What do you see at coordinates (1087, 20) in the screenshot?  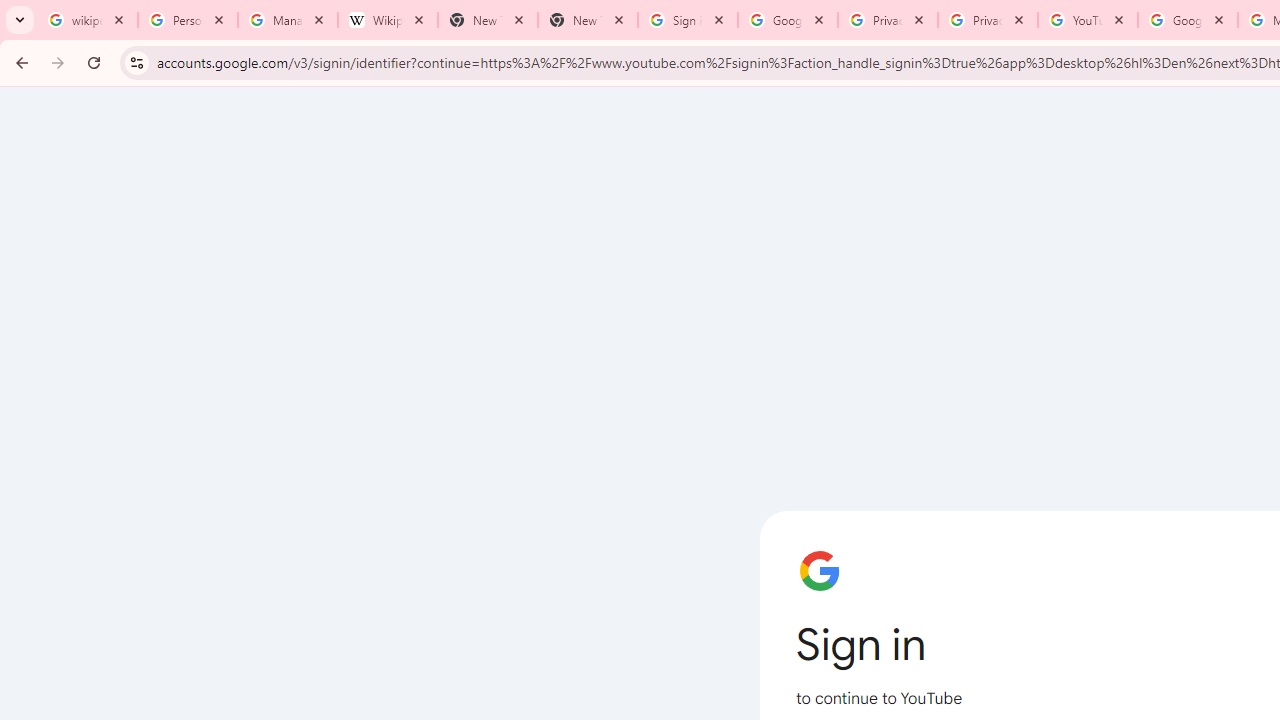 I see `'YouTube'` at bounding box center [1087, 20].